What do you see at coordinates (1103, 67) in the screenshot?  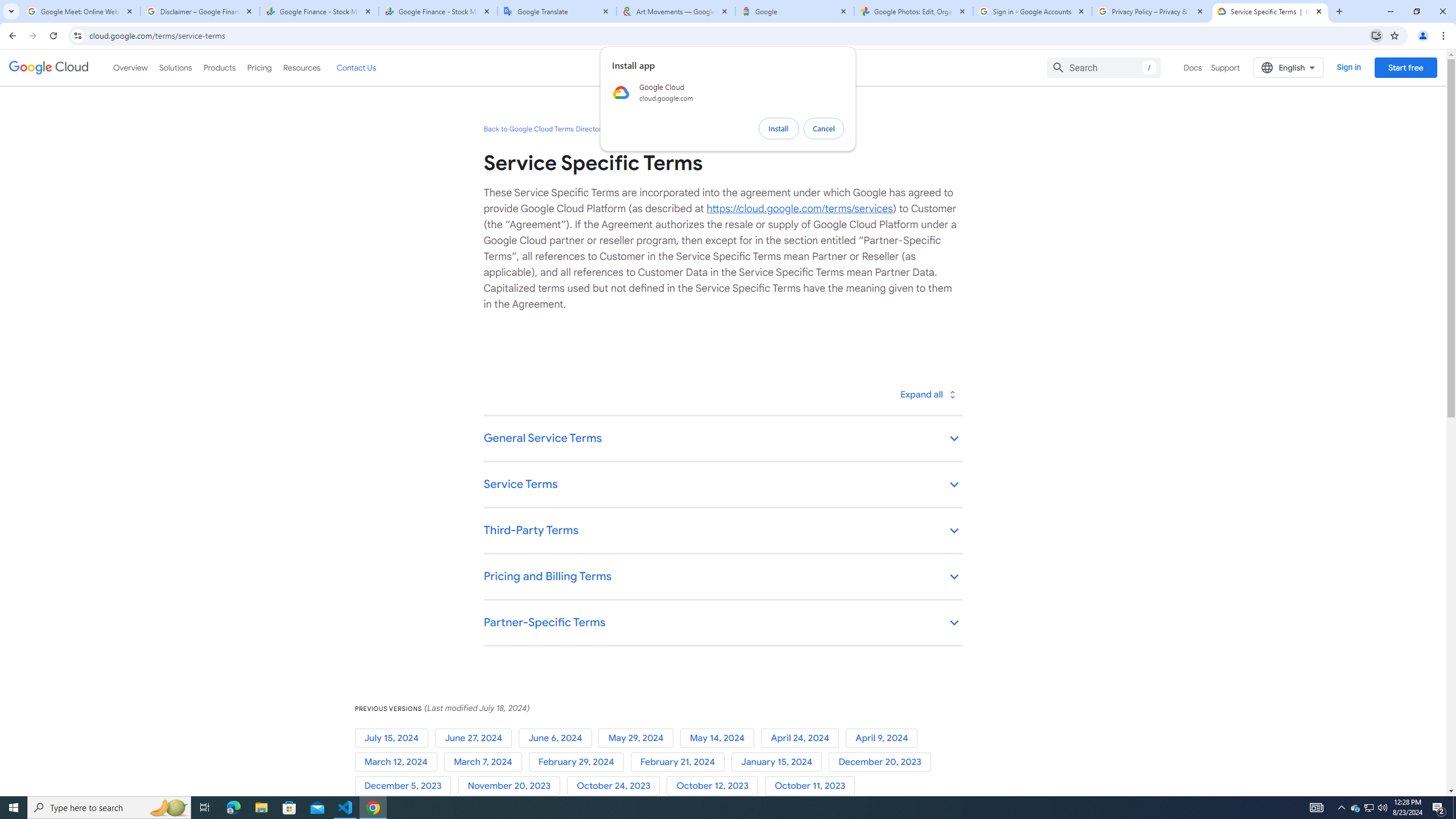 I see `'Search'` at bounding box center [1103, 67].